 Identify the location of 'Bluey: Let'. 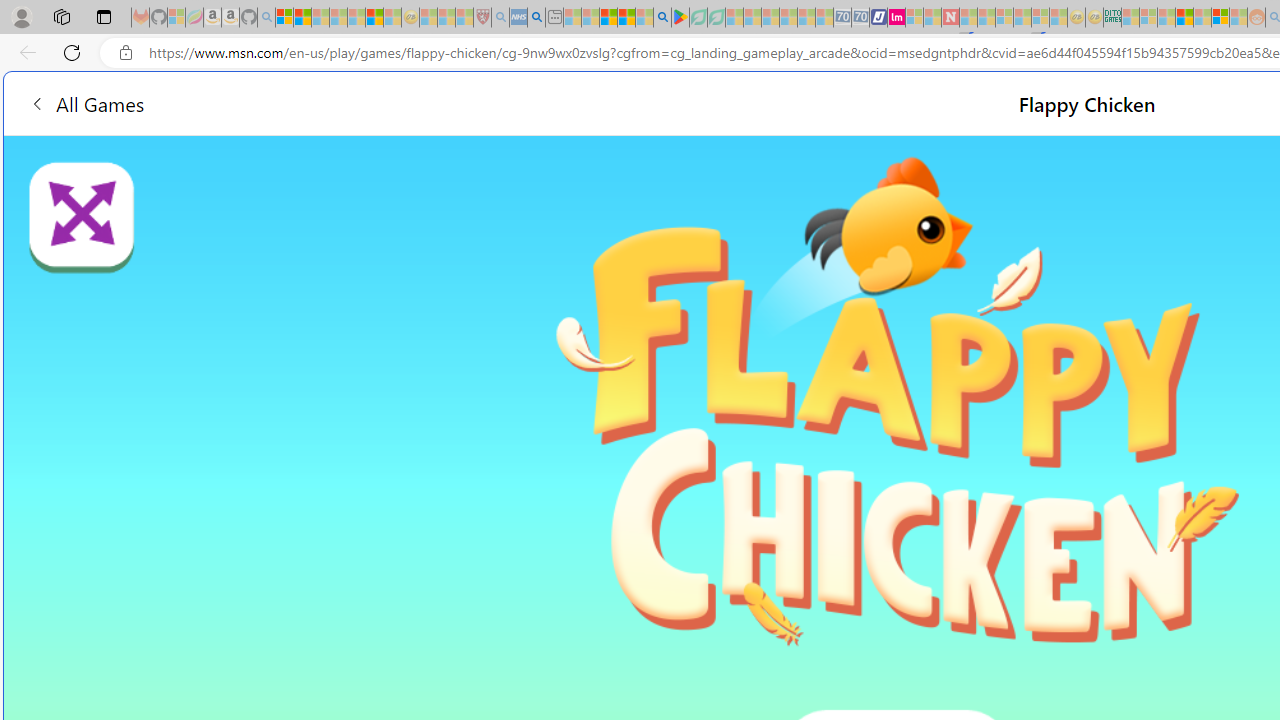
(680, 17).